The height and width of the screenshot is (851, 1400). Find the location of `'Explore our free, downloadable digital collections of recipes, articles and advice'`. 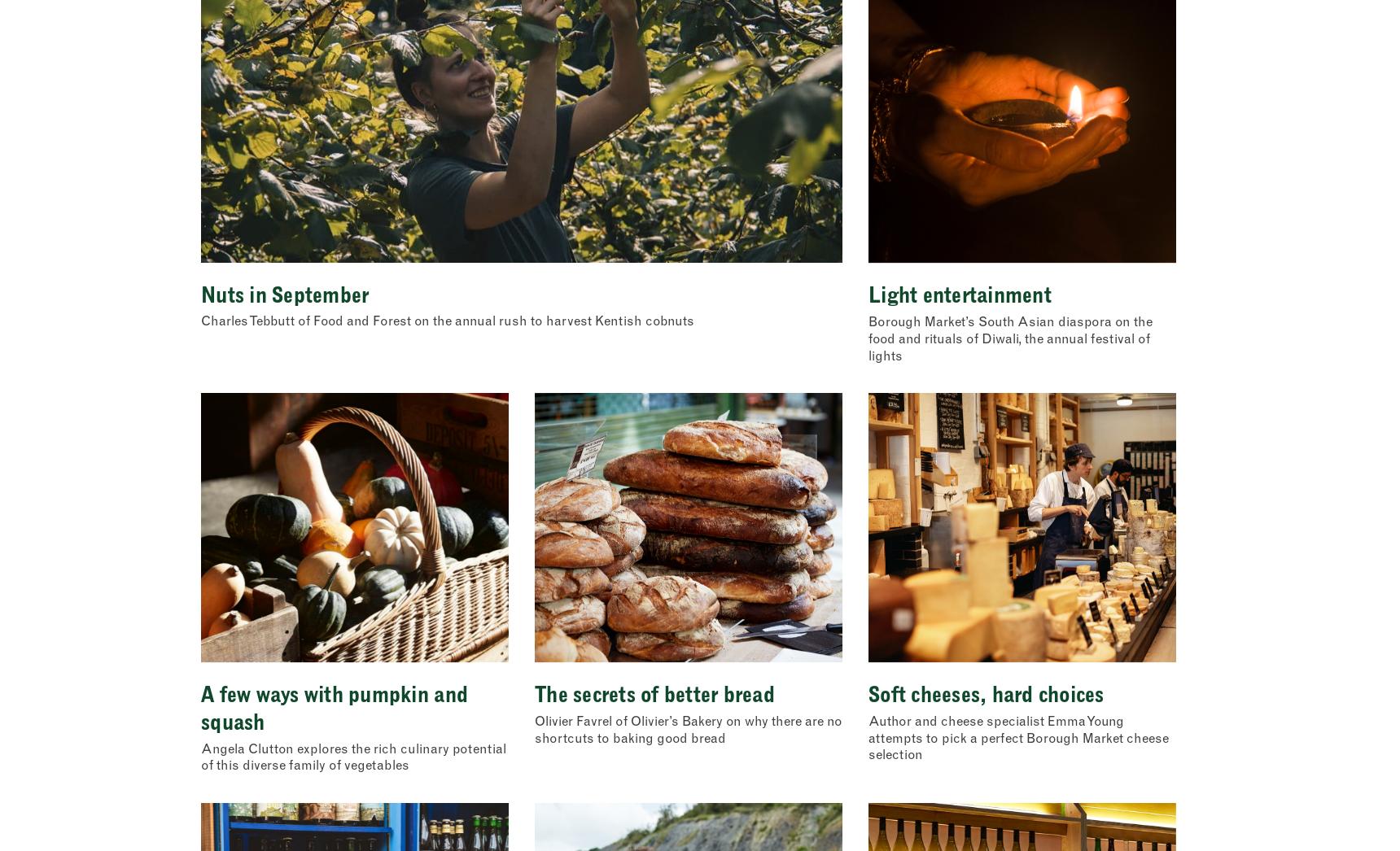

'Explore our free, downloadable digital collections of recipes, articles and advice' is located at coordinates (350, 239).